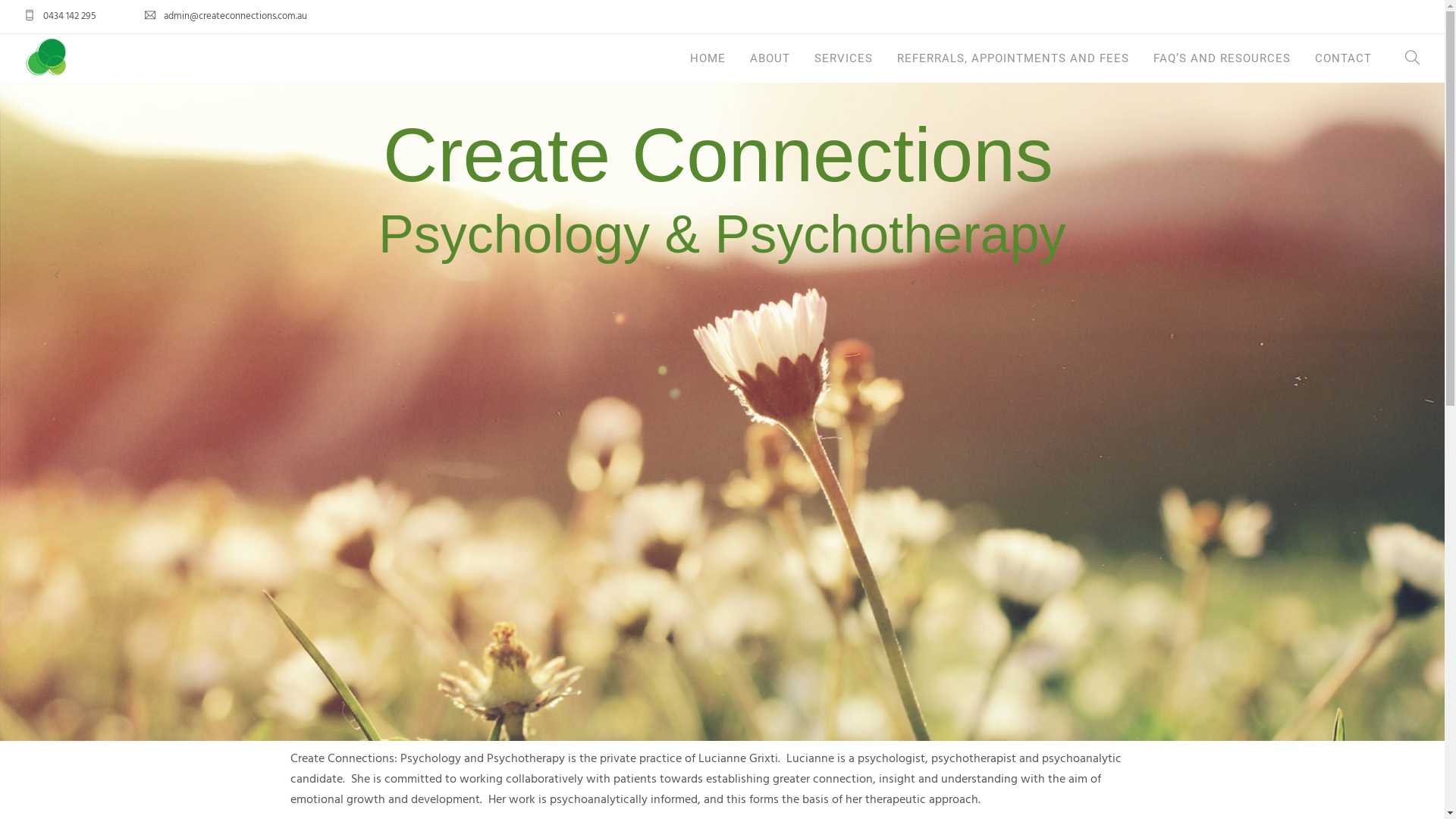 The image size is (1456, 819). Describe the element at coordinates (770, 58) in the screenshot. I see `'ABOUT'` at that location.